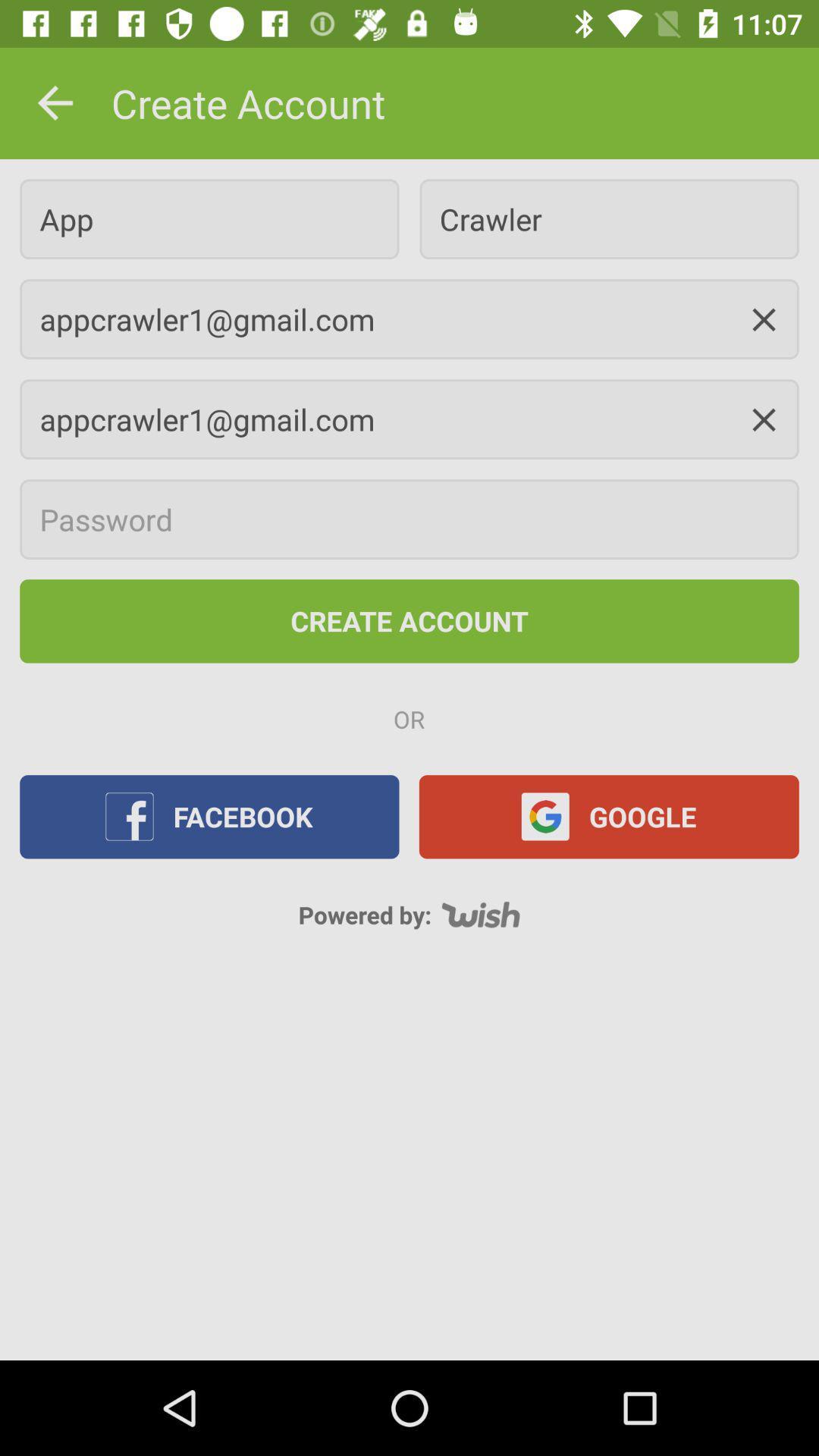  What do you see at coordinates (409, 519) in the screenshot?
I see `password entry` at bounding box center [409, 519].